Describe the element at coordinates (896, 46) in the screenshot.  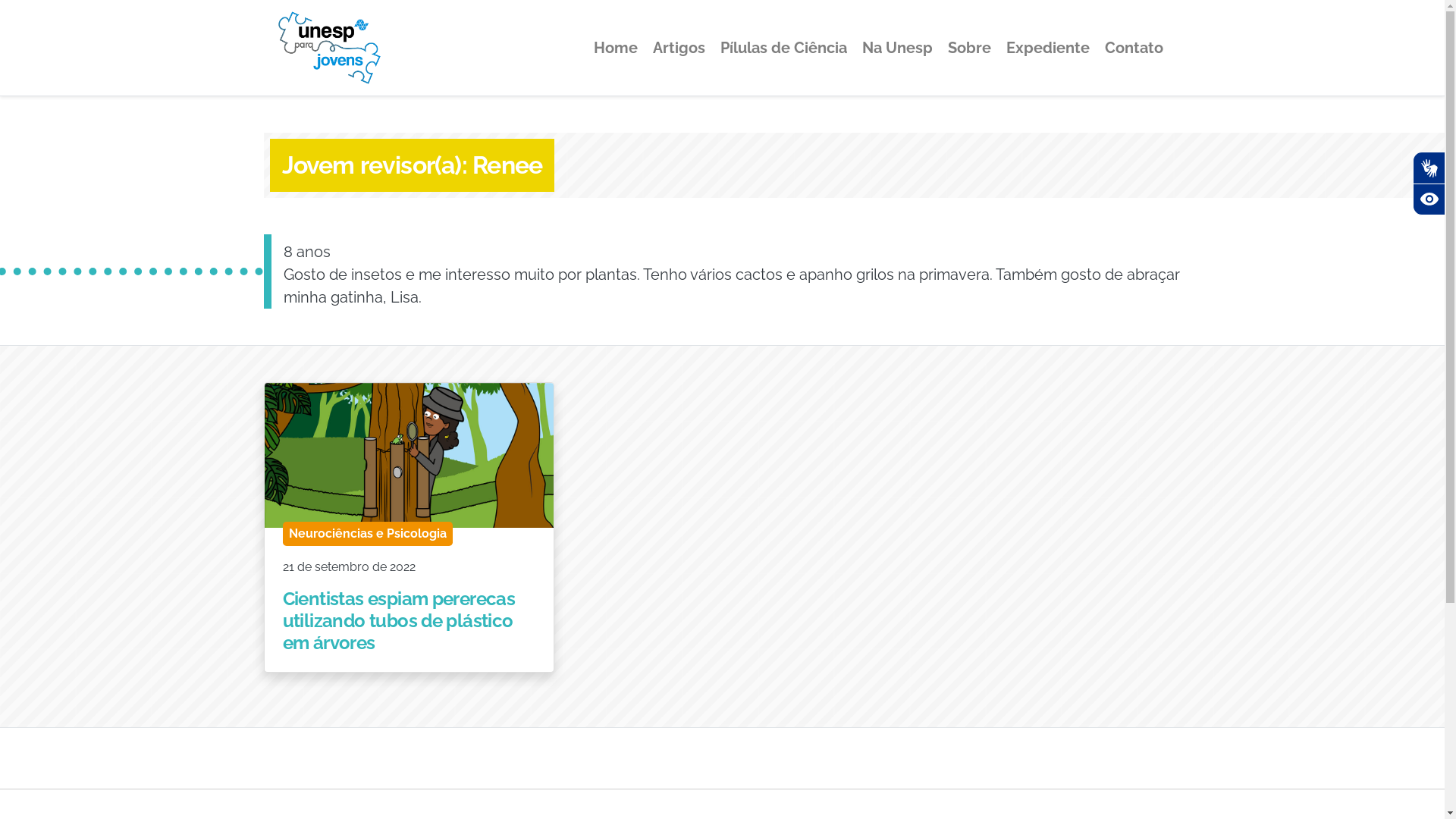
I see `'Na Unesp'` at that location.